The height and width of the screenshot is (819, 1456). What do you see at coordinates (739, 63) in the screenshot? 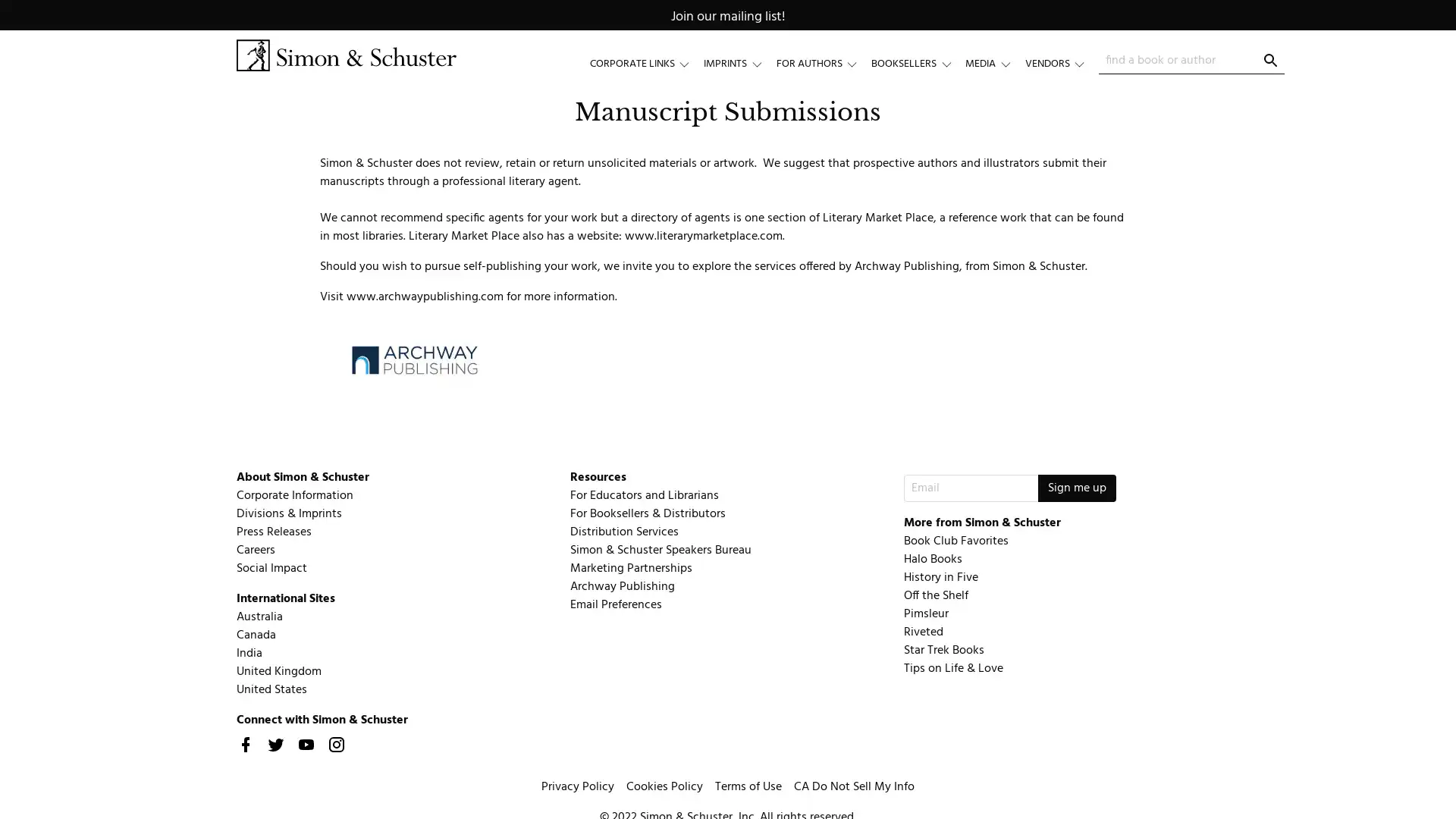
I see `IMPRINTS` at bounding box center [739, 63].